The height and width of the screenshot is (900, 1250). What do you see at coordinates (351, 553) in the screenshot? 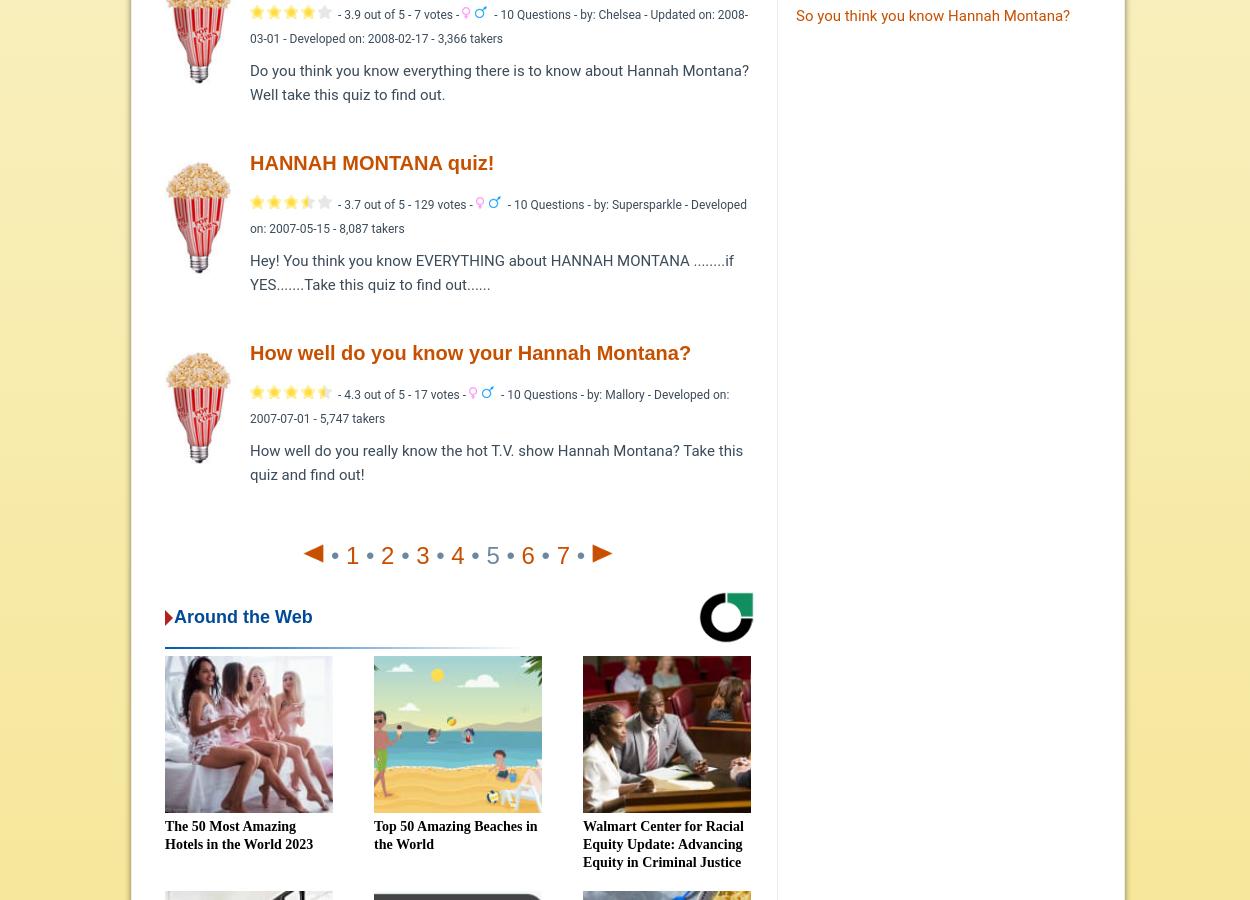
I see `'1'` at bounding box center [351, 553].